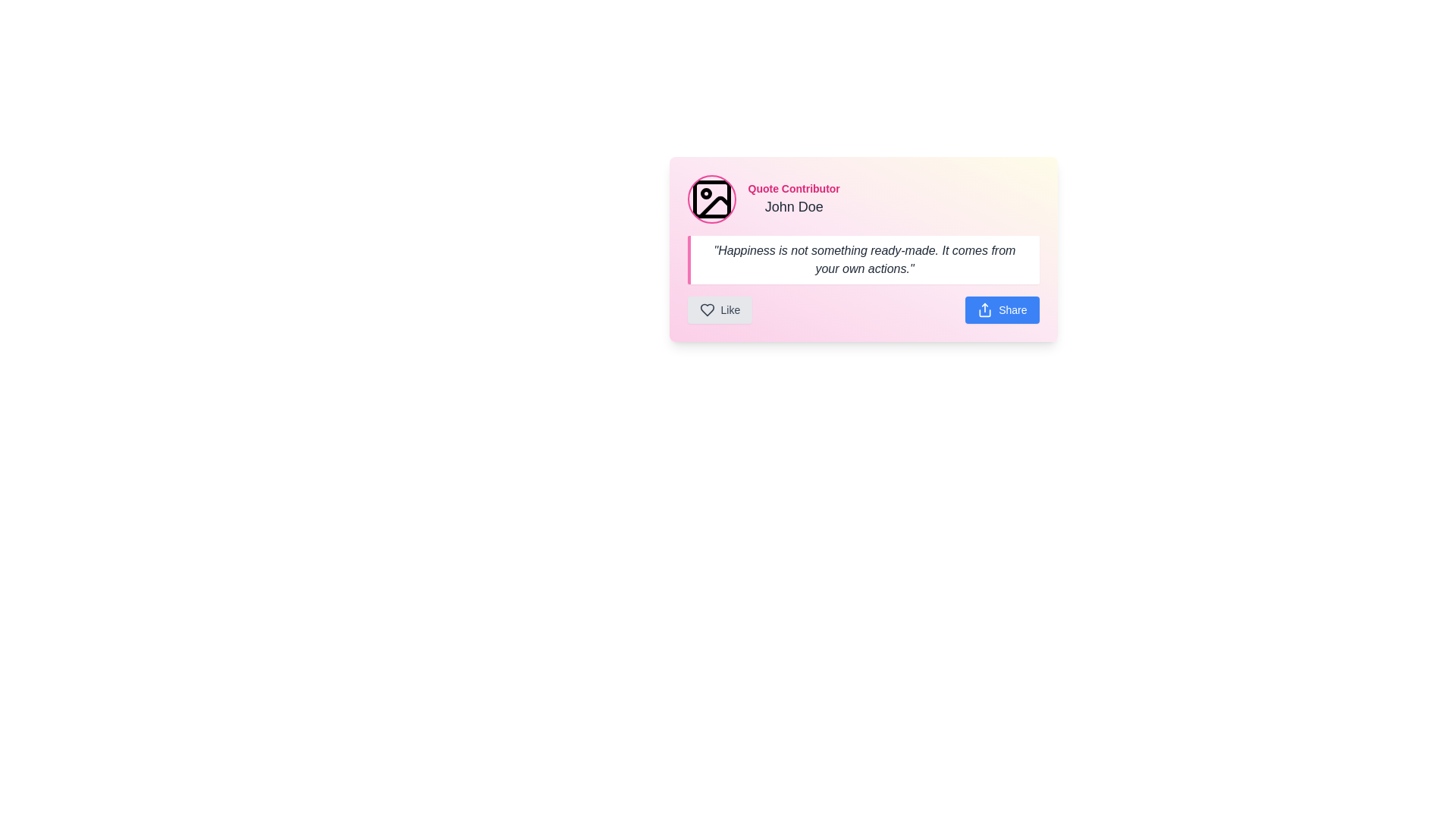  What do you see at coordinates (706, 309) in the screenshot?
I see `the 'Like' icon located to the left of the 'Like' button in the user interaction panel below the main content` at bounding box center [706, 309].